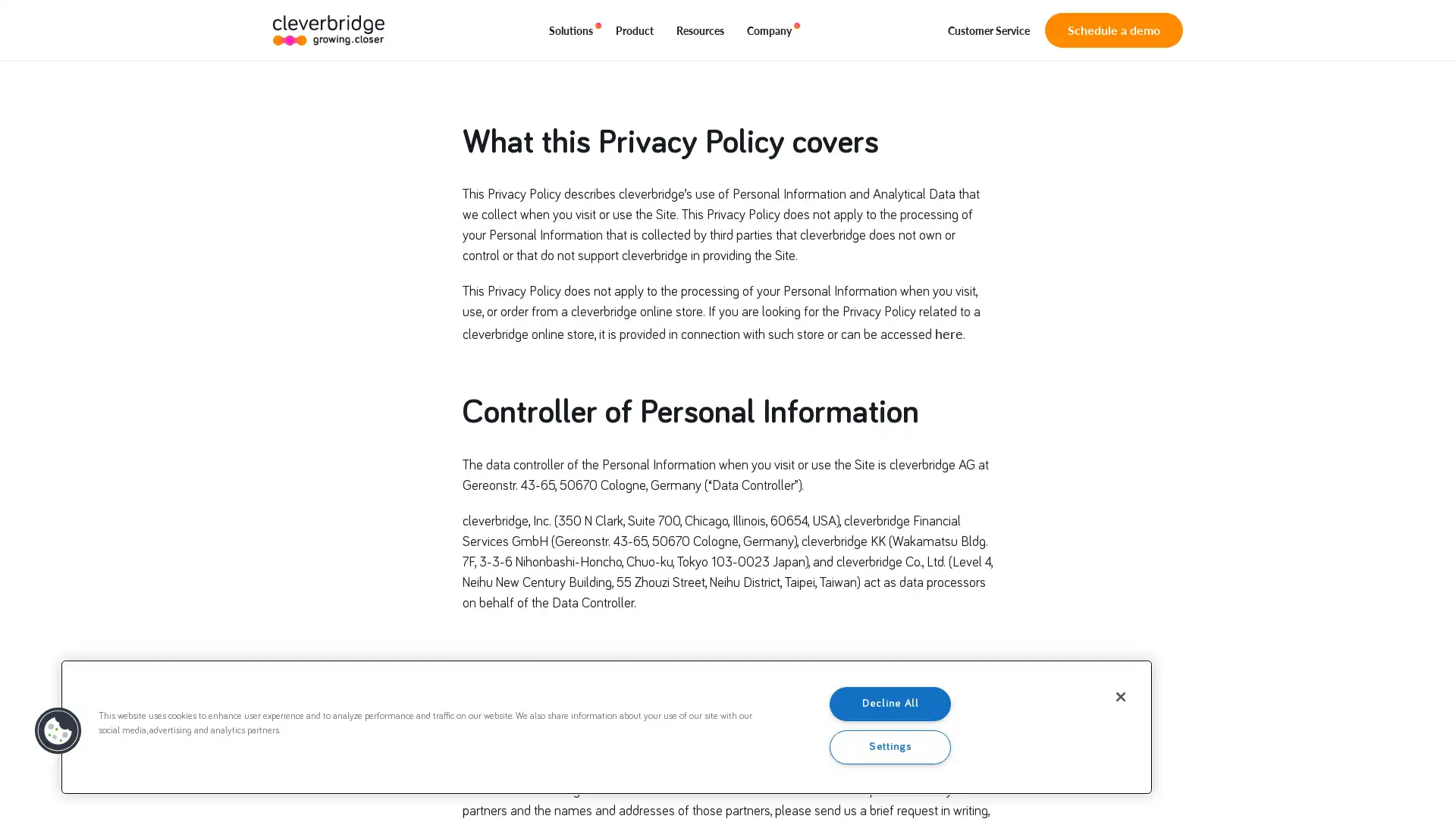 This screenshot has width=1456, height=819. Describe the element at coordinates (890, 703) in the screenshot. I see `Decline All` at that location.